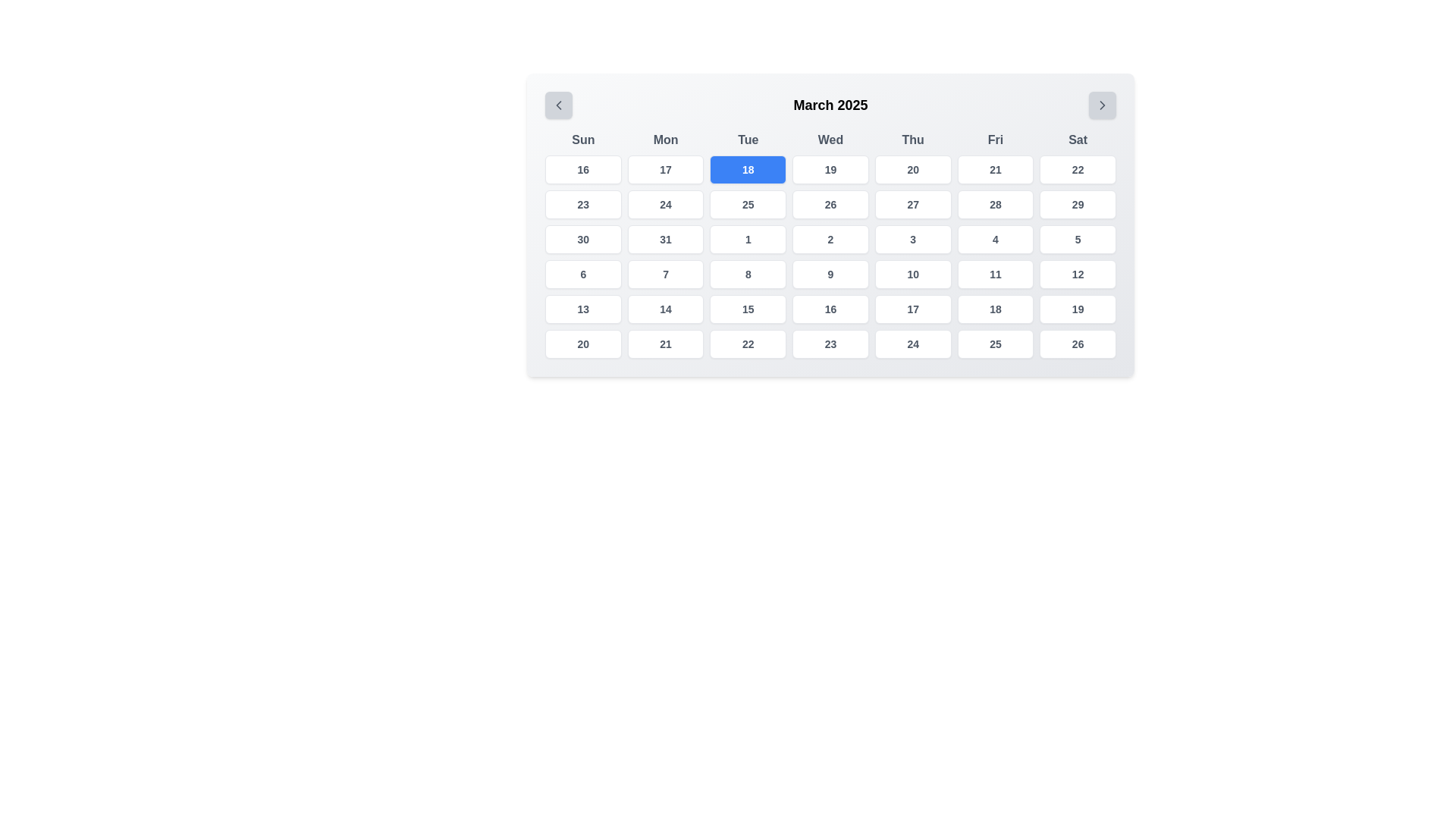  I want to click on the navigation icon embedded in the button located in the top-right corner of the calendar interface, so click(1103, 104).